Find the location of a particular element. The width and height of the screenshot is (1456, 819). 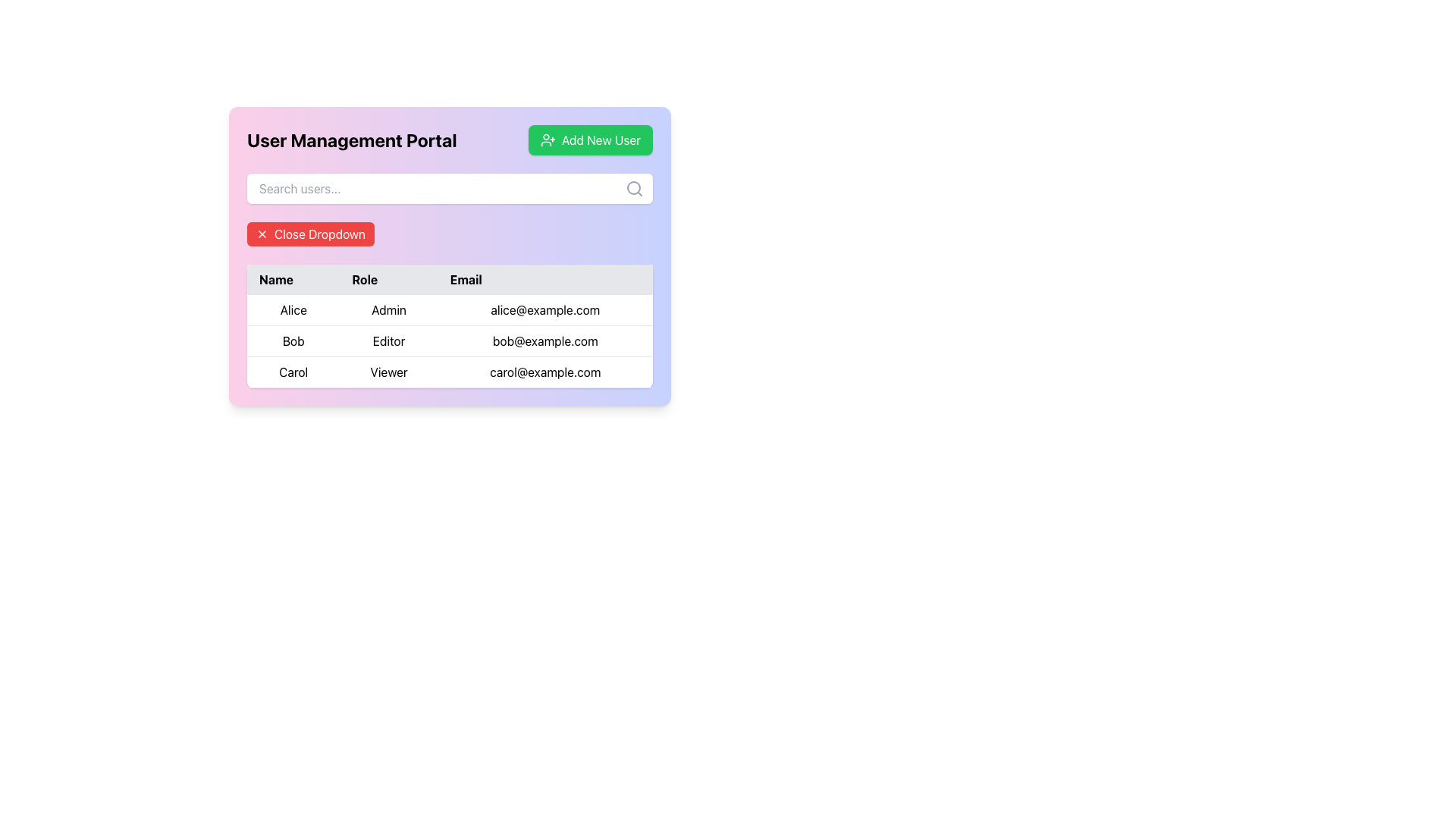

the icon located on the left side of the text label within the 'Close Dropdown' button is located at coordinates (262, 234).